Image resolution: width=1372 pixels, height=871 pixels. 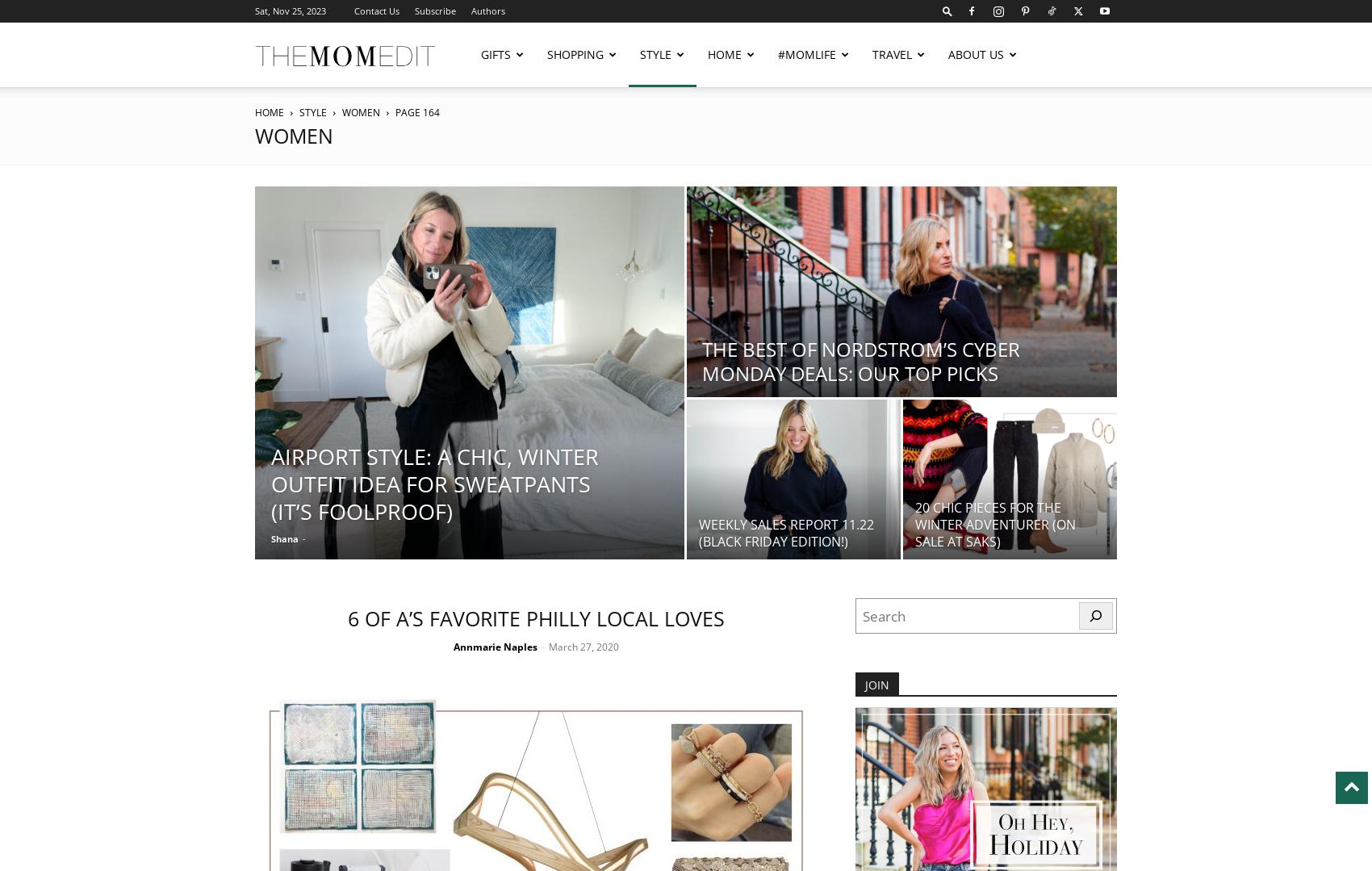 I want to click on 'Search', so click(x=684, y=82).